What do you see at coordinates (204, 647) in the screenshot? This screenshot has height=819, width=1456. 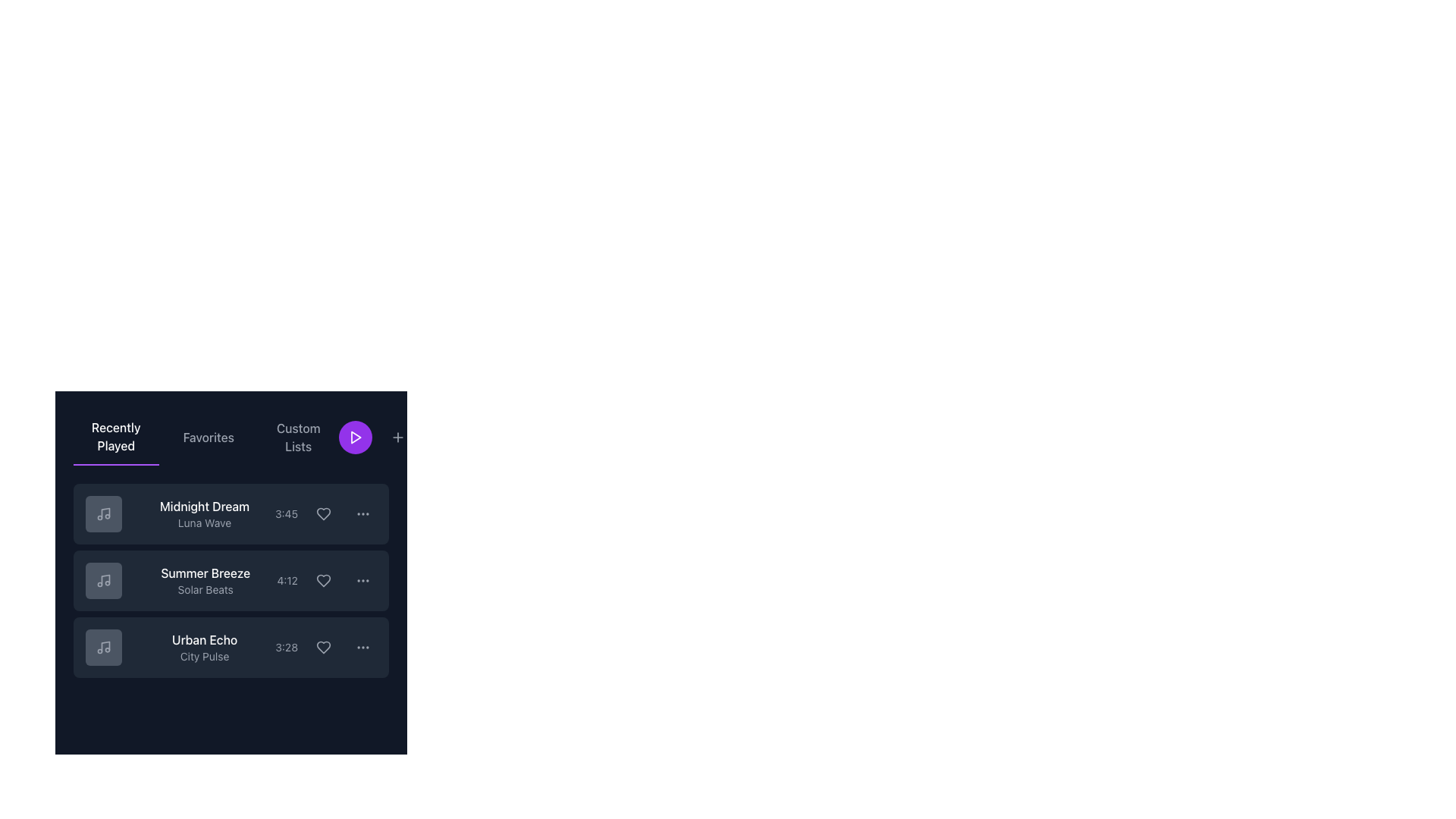 I see `the text block displaying 'Urban Echo' and 'City Pulse', which is the third item in a vertically stacked list` at bounding box center [204, 647].